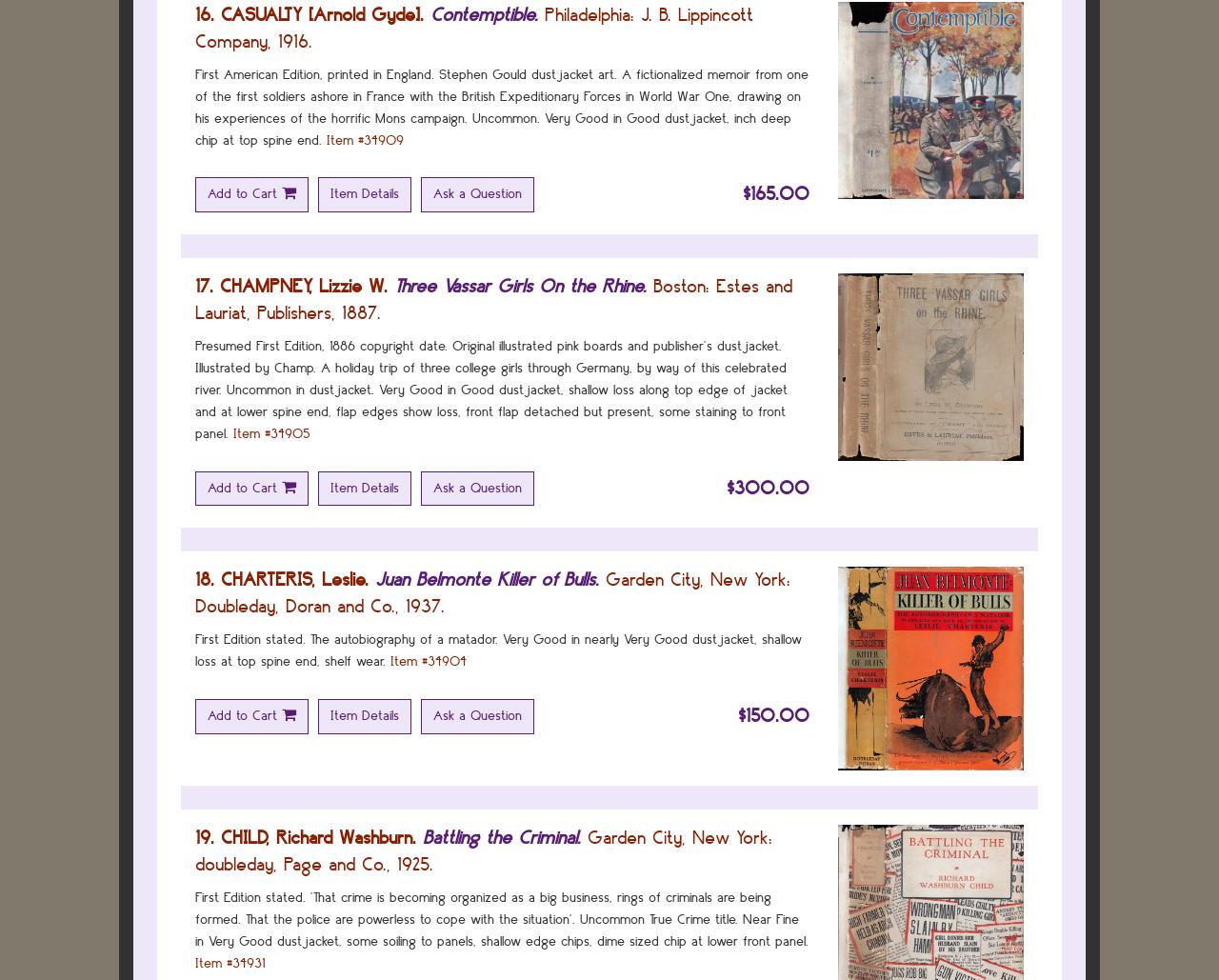 Image resolution: width=1219 pixels, height=980 pixels. What do you see at coordinates (498, 650) in the screenshot?
I see `'First Edition stated. The autobiography of a matador. Very Good in nearly Very Good dustjacket, shallow loss at top spine end, shelf wear.'` at bounding box center [498, 650].